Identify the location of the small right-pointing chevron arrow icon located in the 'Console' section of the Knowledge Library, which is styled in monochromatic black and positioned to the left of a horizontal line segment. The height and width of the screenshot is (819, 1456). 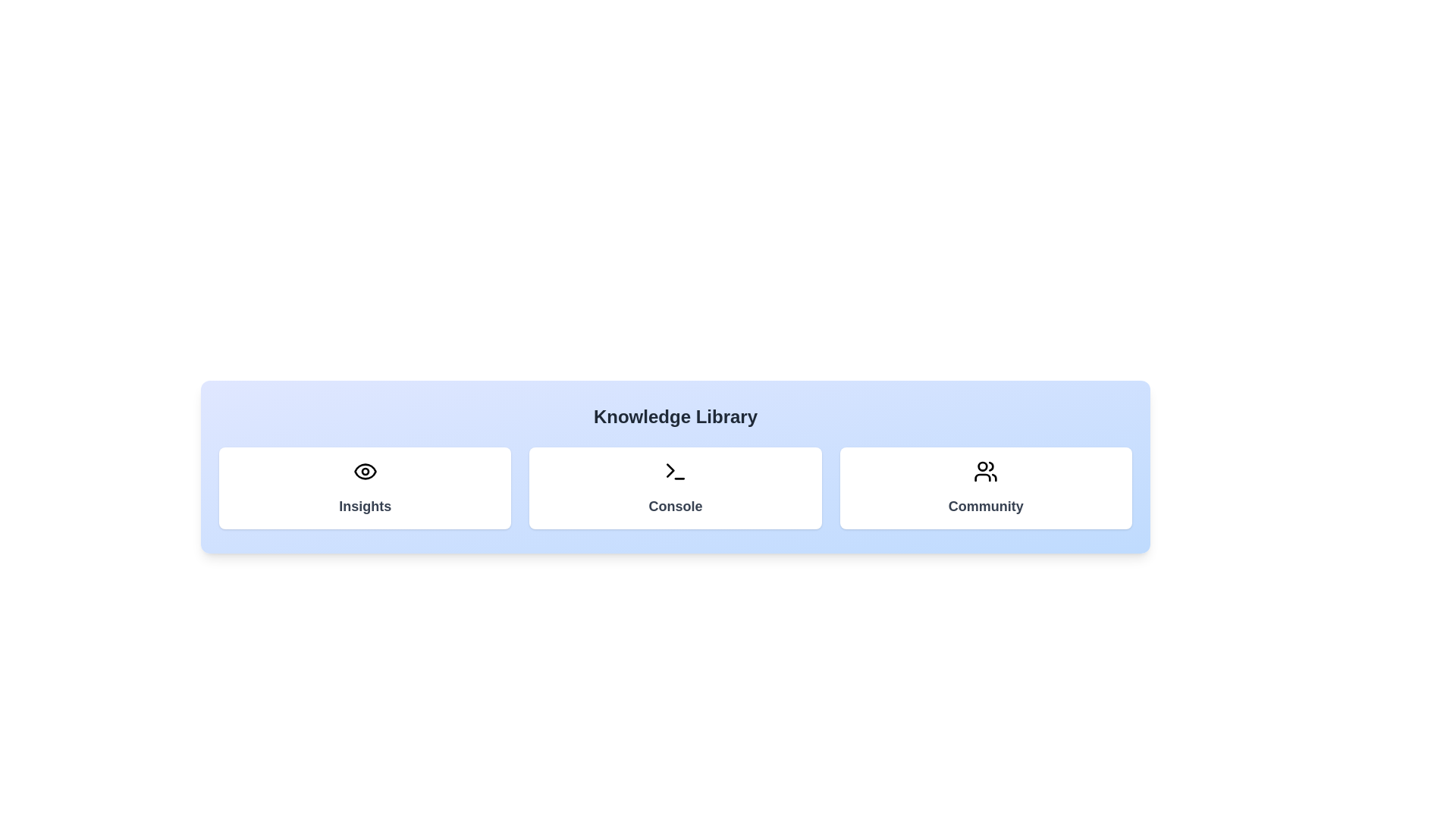
(670, 469).